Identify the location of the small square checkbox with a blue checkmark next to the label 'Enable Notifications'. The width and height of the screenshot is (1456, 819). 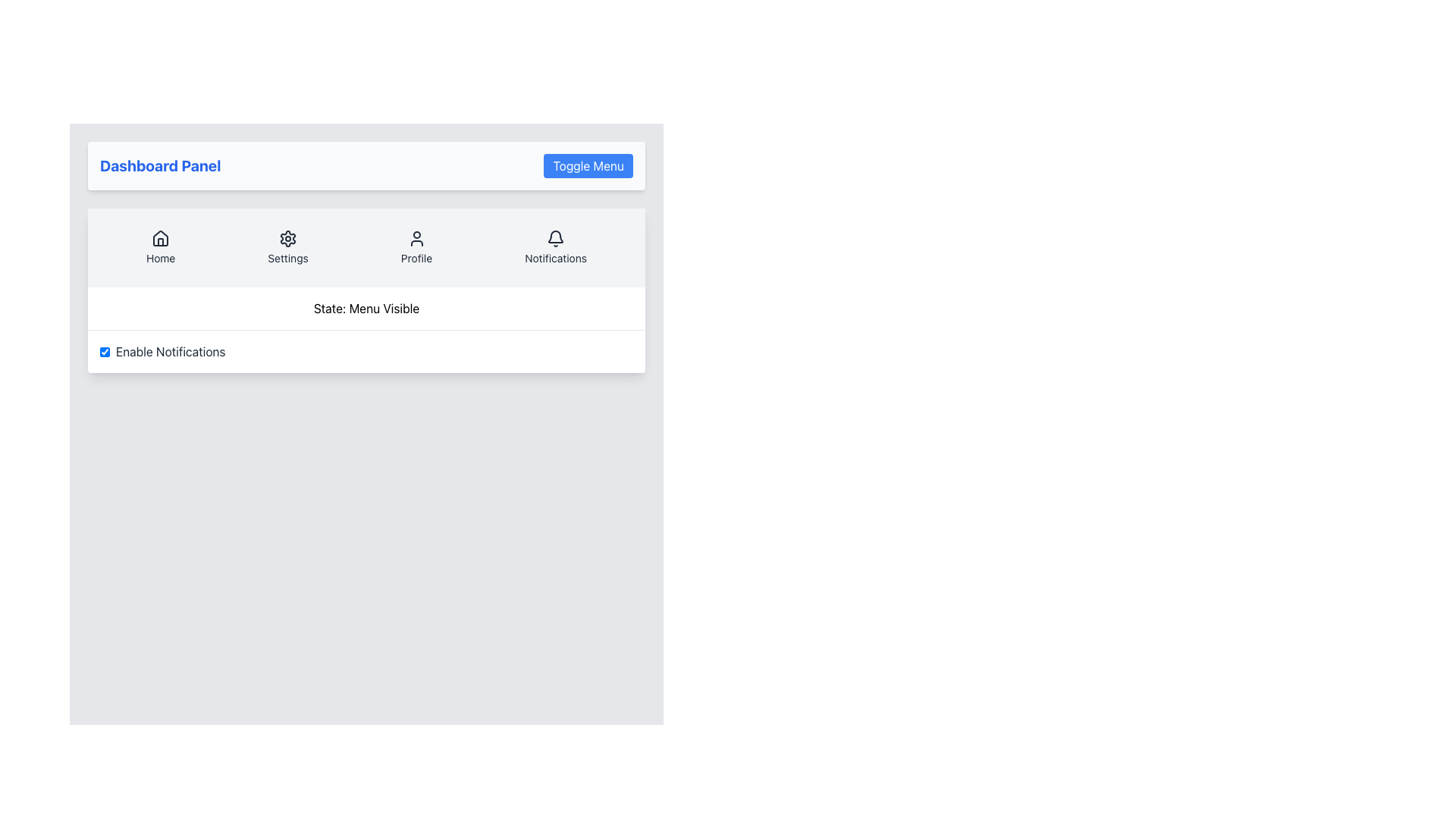
(104, 351).